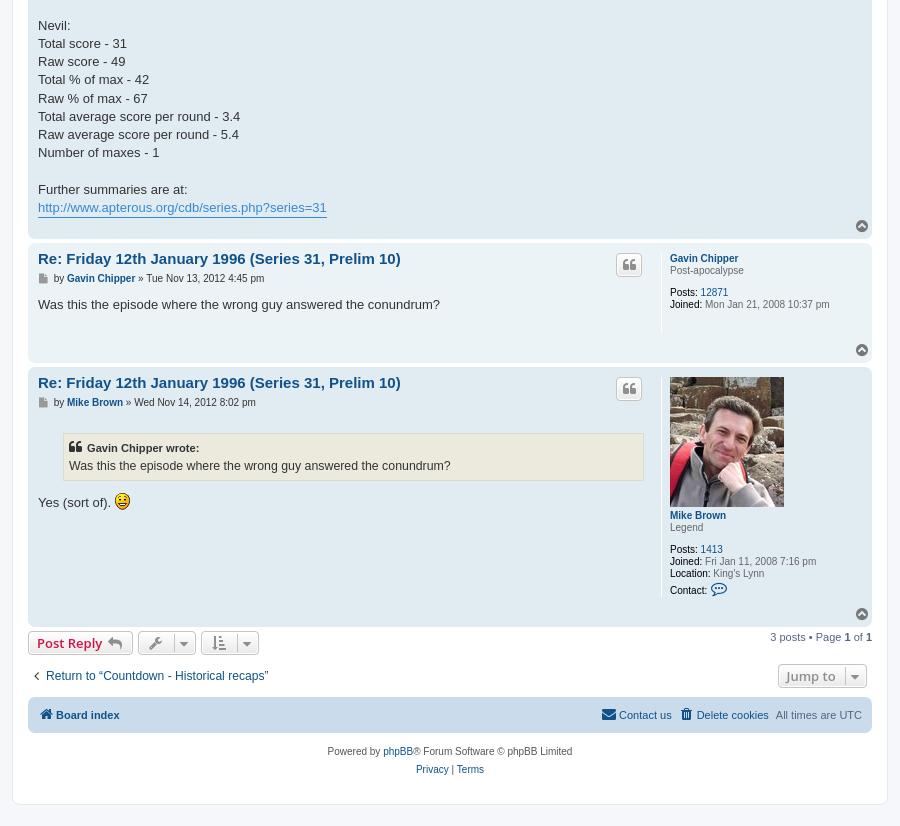  Describe the element at coordinates (74, 502) in the screenshot. I see `'Yes (sort of).'` at that location.